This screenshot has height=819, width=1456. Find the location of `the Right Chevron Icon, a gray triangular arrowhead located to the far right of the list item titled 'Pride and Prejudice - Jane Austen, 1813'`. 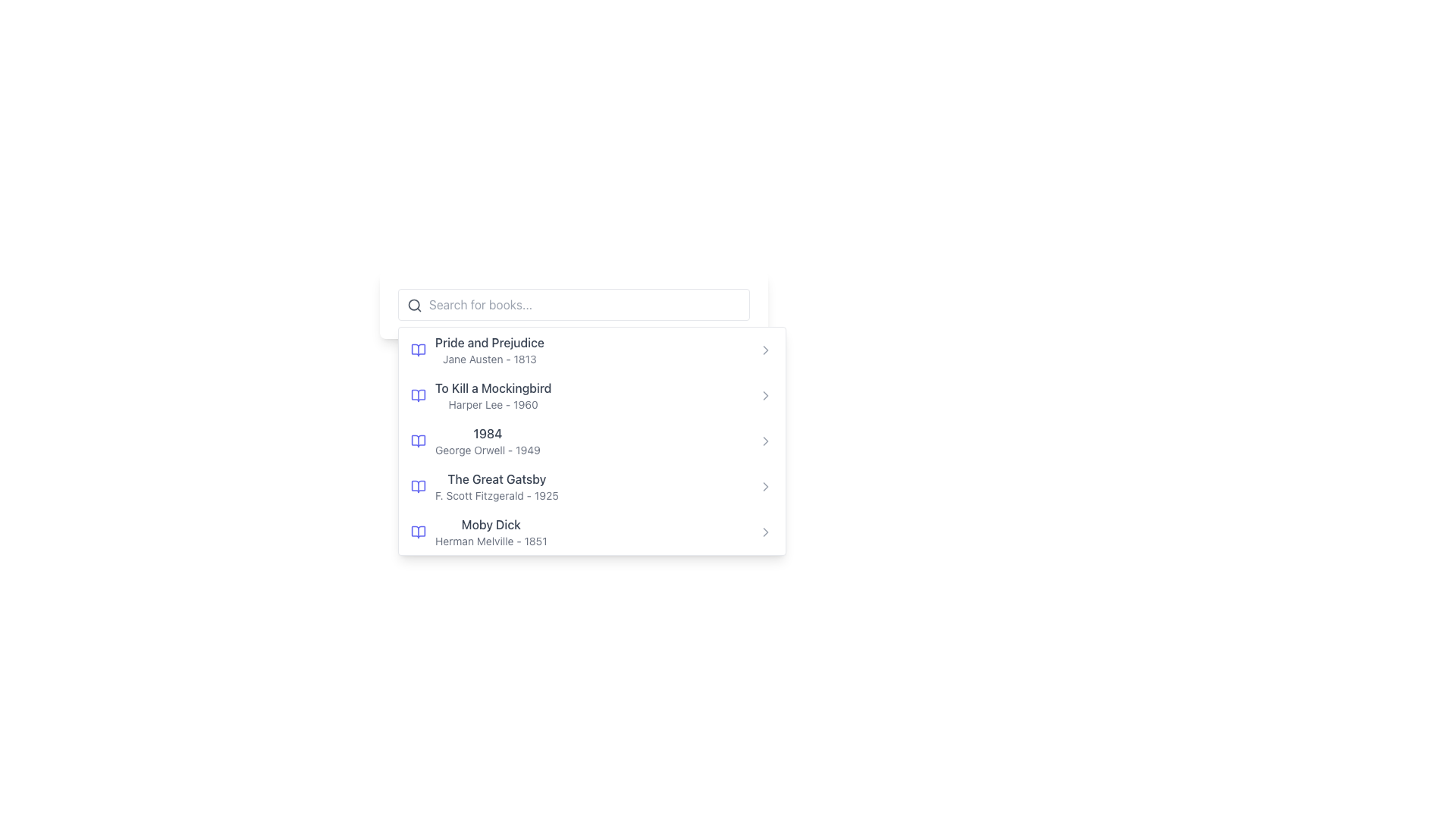

the Right Chevron Icon, a gray triangular arrowhead located to the far right of the list item titled 'Pride and Prejudice - Jane Austen, 1813' is located at coordinates (765, 350).